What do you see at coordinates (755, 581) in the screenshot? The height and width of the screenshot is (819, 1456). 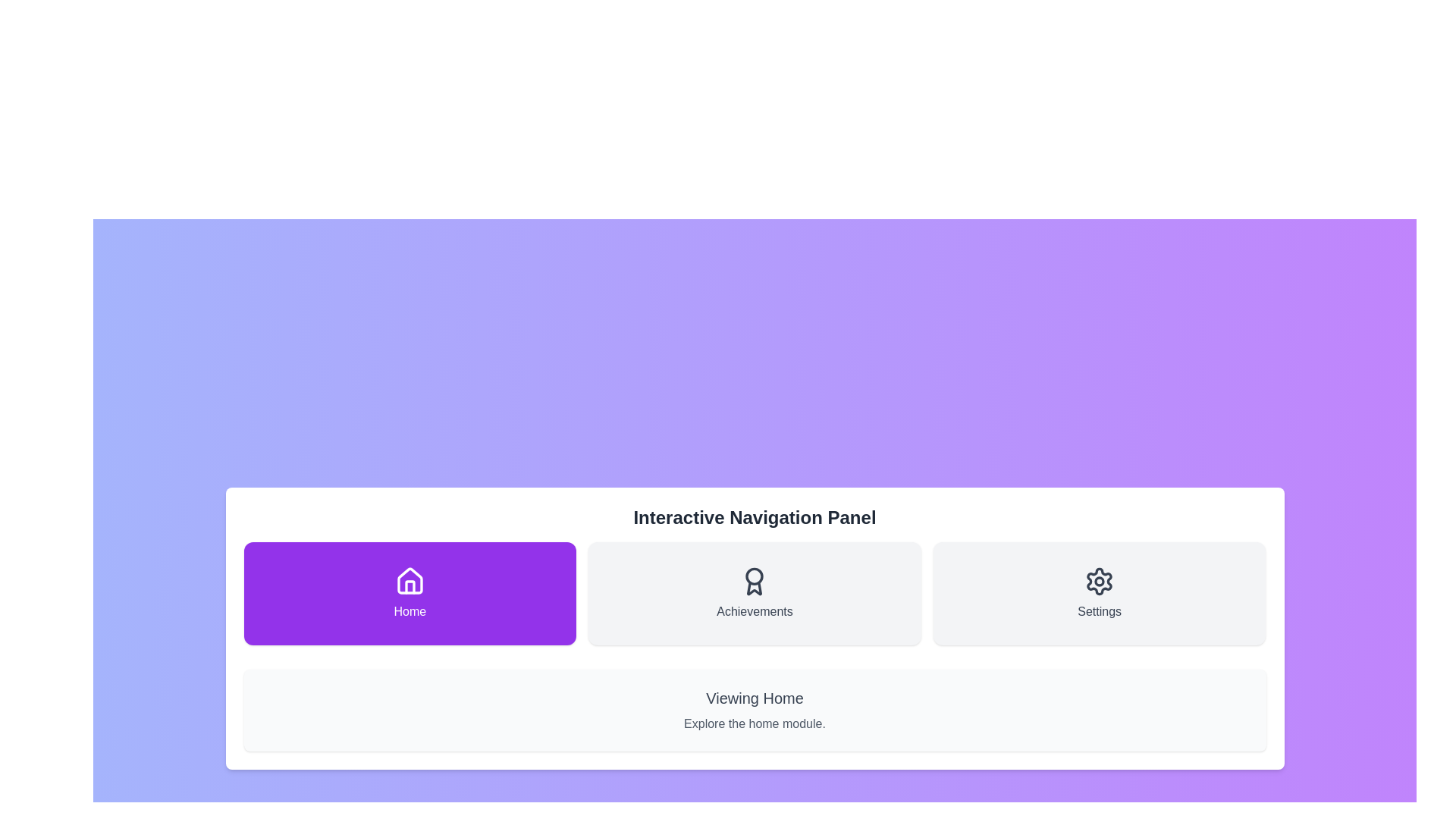 I see `the 'Achievements' icon, which symbolizes accomplishments and is located within the second navigation card of three in the interface` at bounding box center [755, 581].